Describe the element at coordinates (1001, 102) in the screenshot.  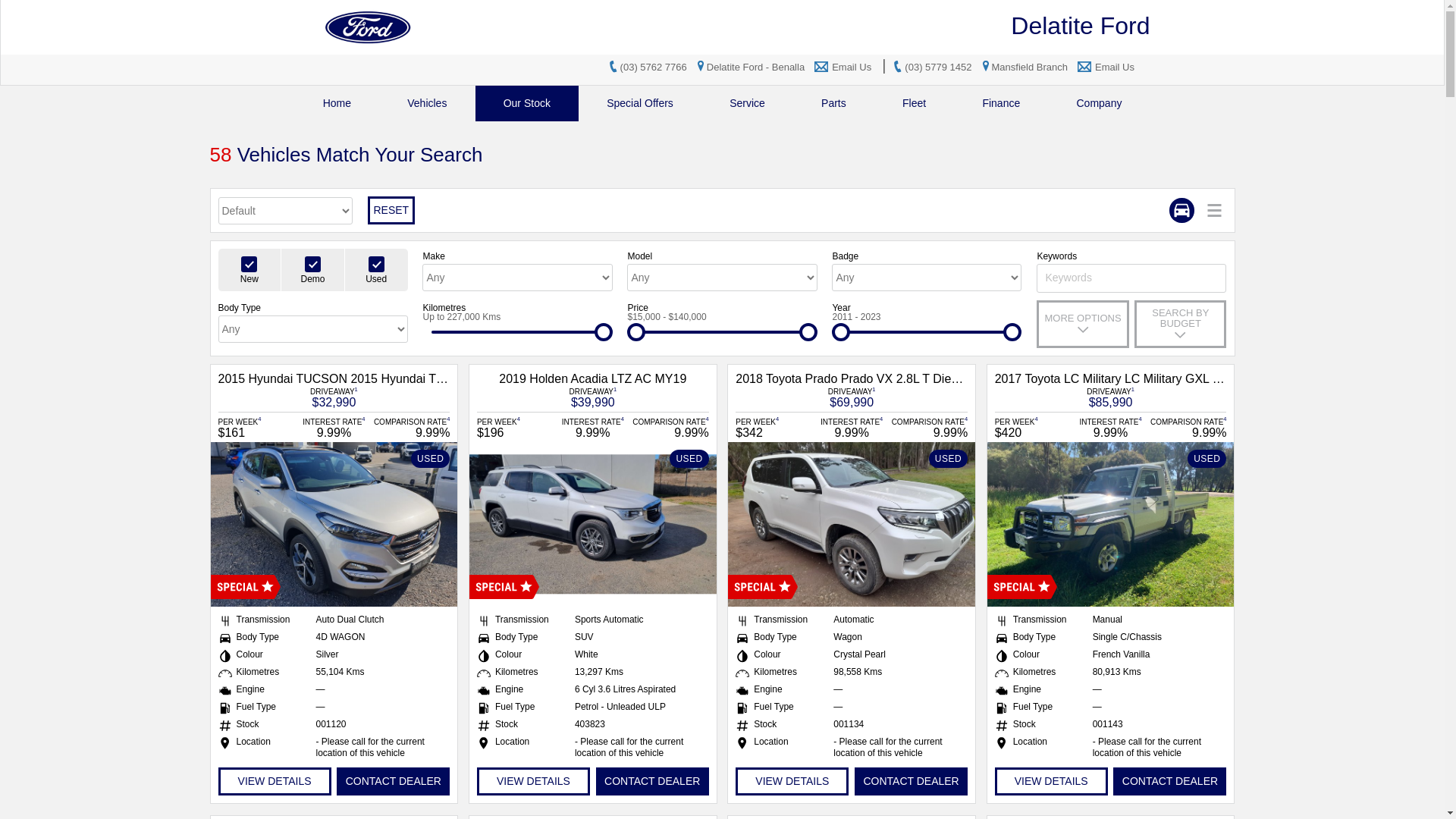
I see `'Finance'` at that location.